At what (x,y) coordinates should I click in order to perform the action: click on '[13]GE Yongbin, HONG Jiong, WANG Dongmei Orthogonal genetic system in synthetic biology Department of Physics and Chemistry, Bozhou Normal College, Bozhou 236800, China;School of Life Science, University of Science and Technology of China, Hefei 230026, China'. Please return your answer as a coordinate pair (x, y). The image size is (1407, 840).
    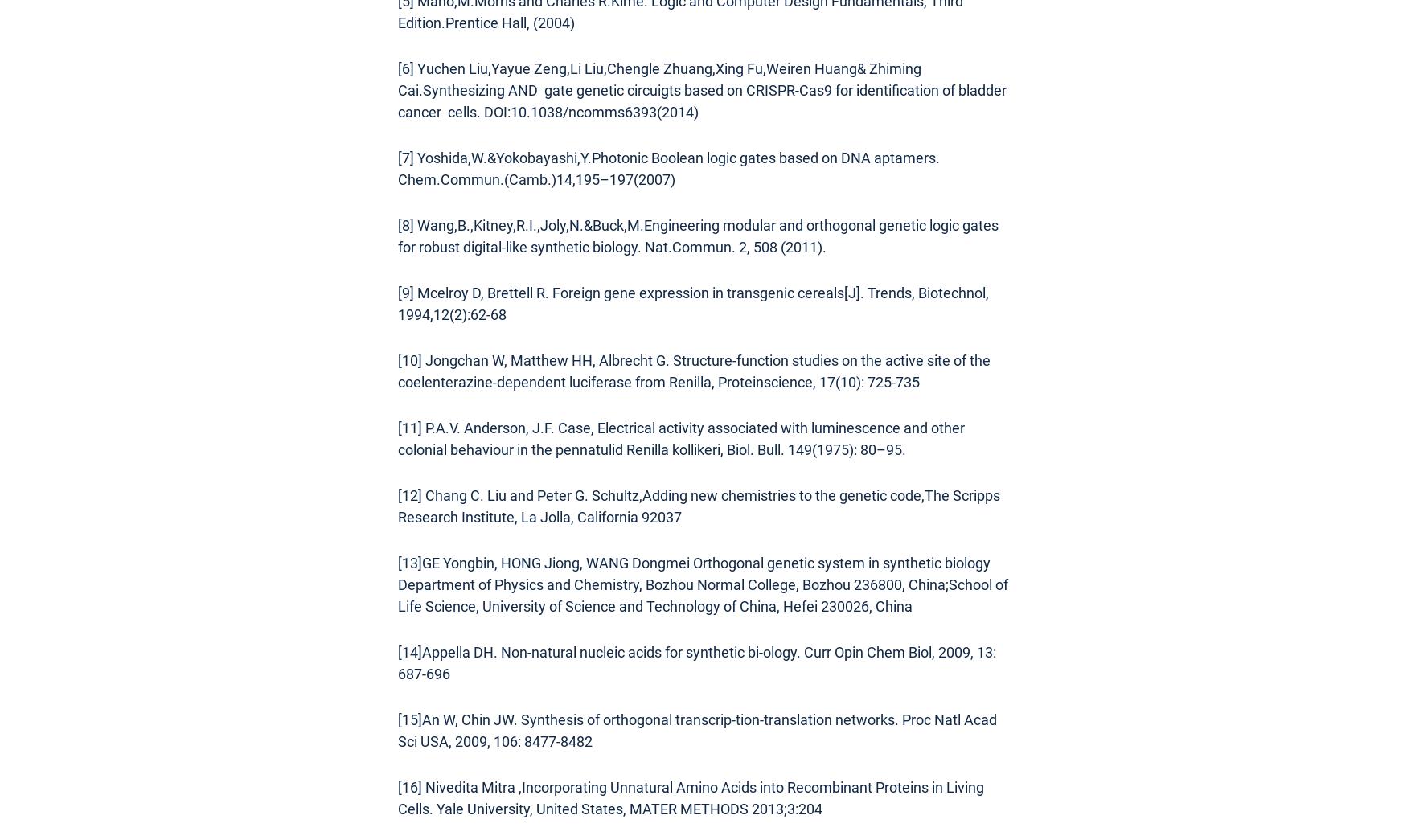
    Looking at the image, I should click on (703, 584).